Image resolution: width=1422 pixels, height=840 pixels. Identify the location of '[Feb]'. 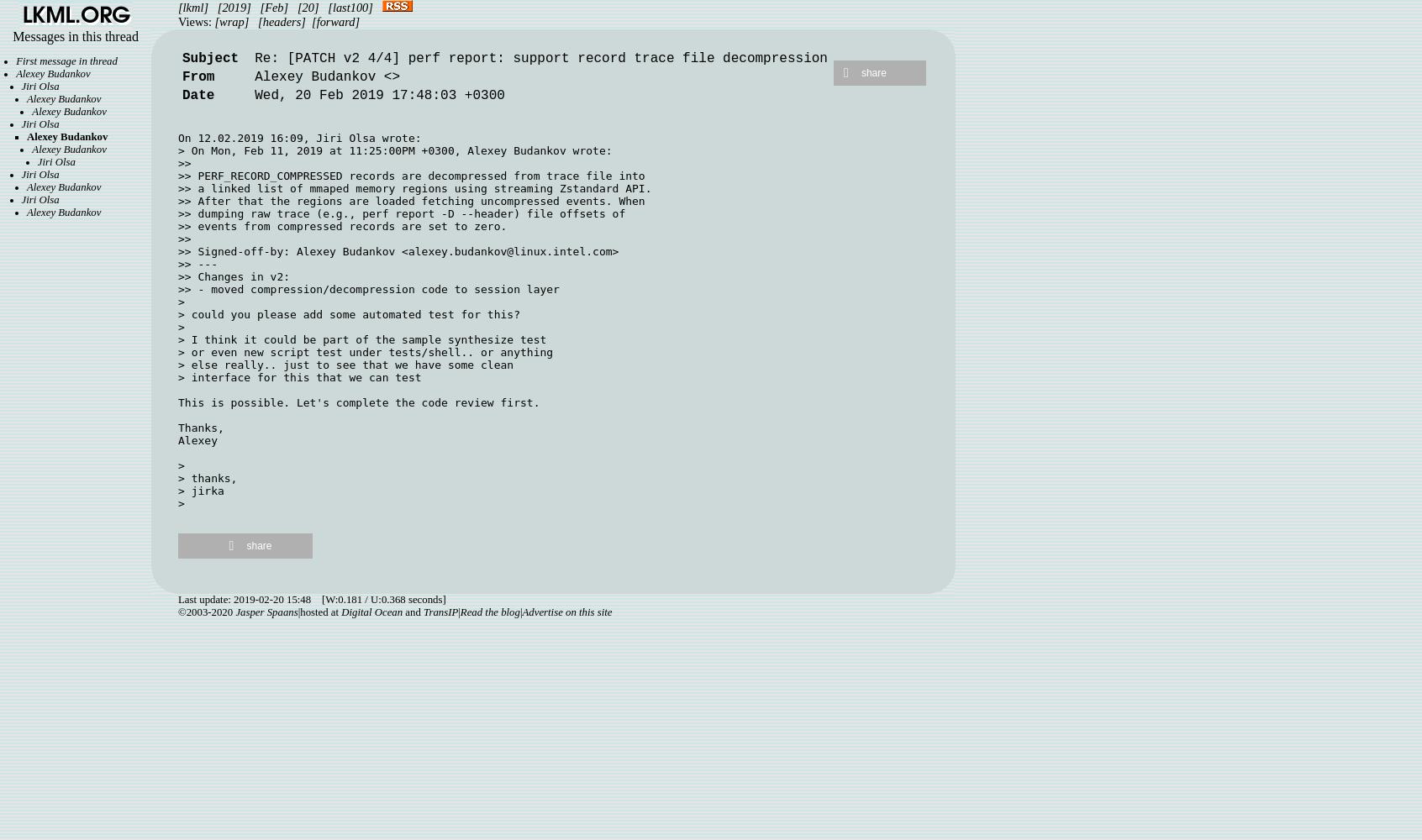
(273, 8).